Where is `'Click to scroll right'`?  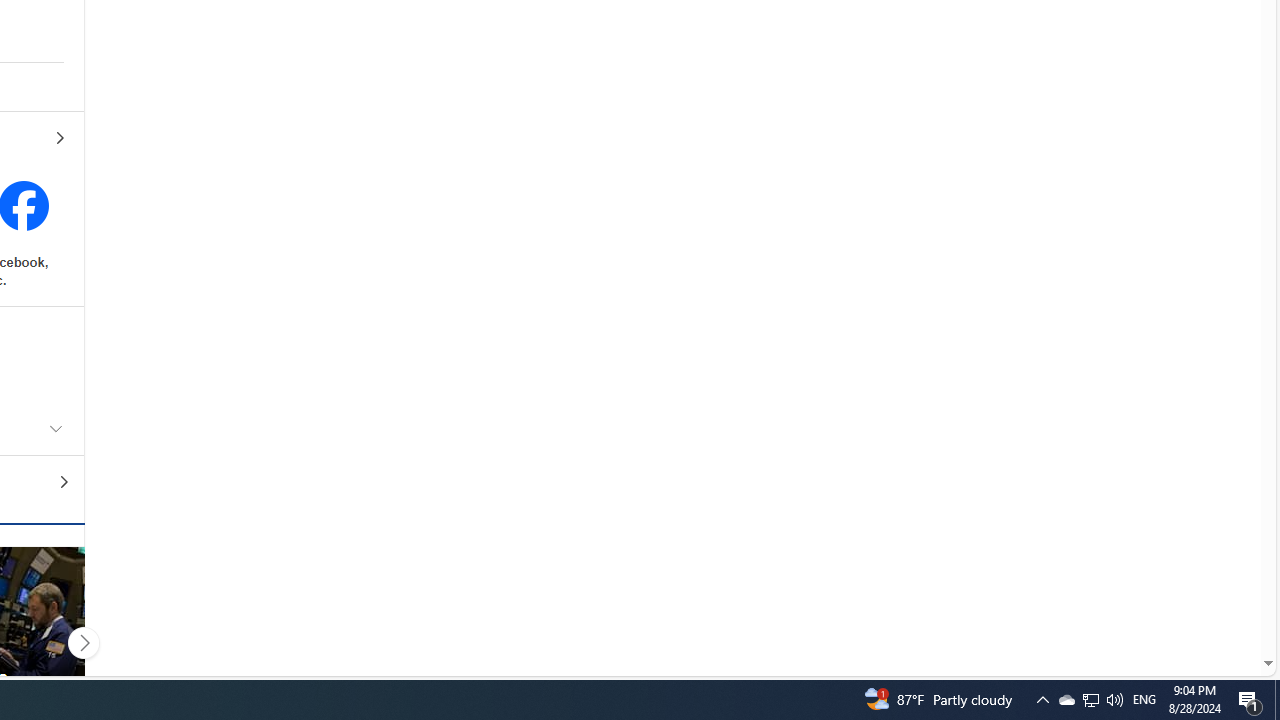
'Click to scroll right' is located at coordinates (82, 642).